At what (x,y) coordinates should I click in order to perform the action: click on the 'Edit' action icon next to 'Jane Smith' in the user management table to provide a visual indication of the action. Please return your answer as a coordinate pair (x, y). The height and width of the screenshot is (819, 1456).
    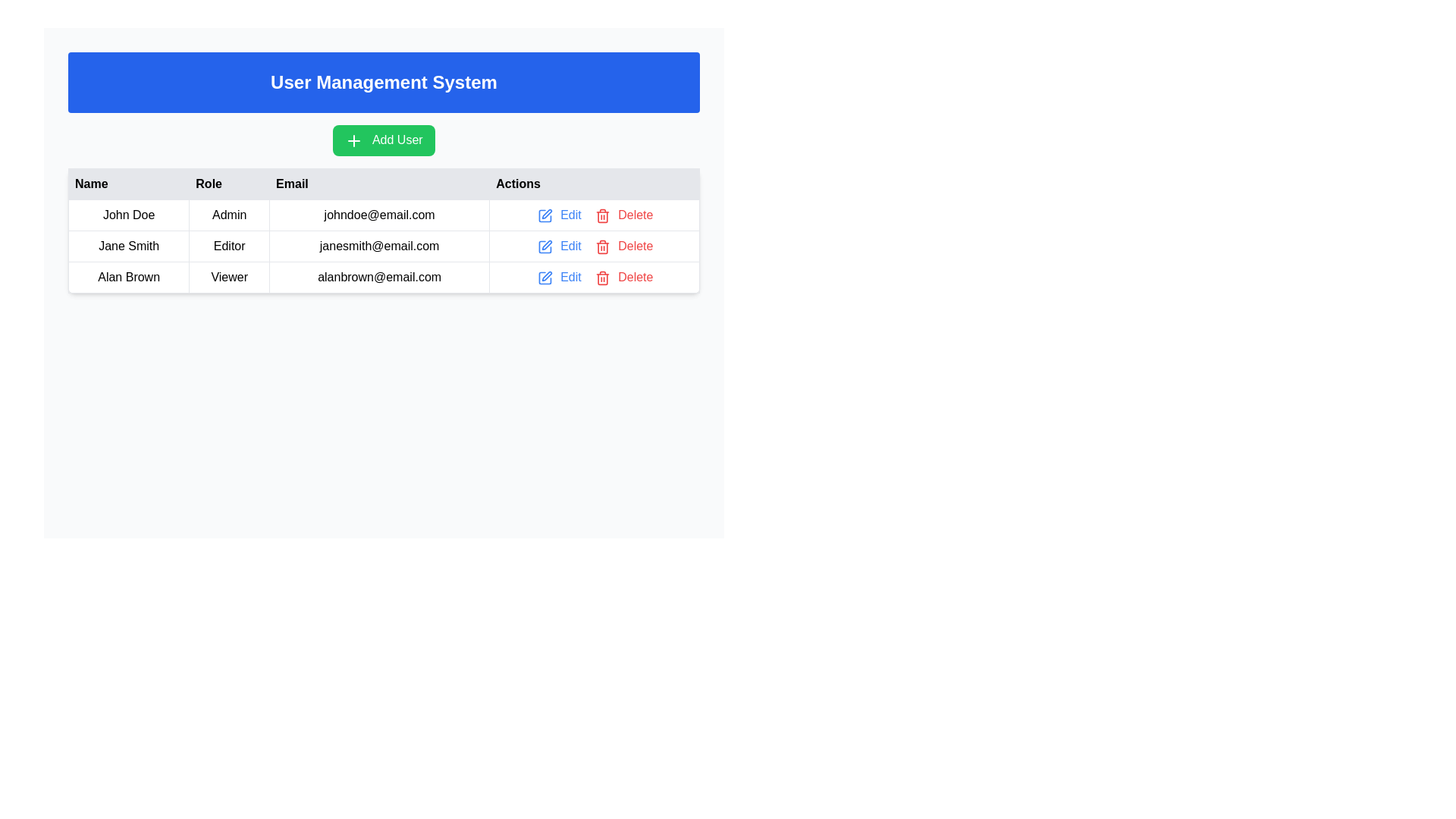
    Looking at the image, I should click on (546, 244).